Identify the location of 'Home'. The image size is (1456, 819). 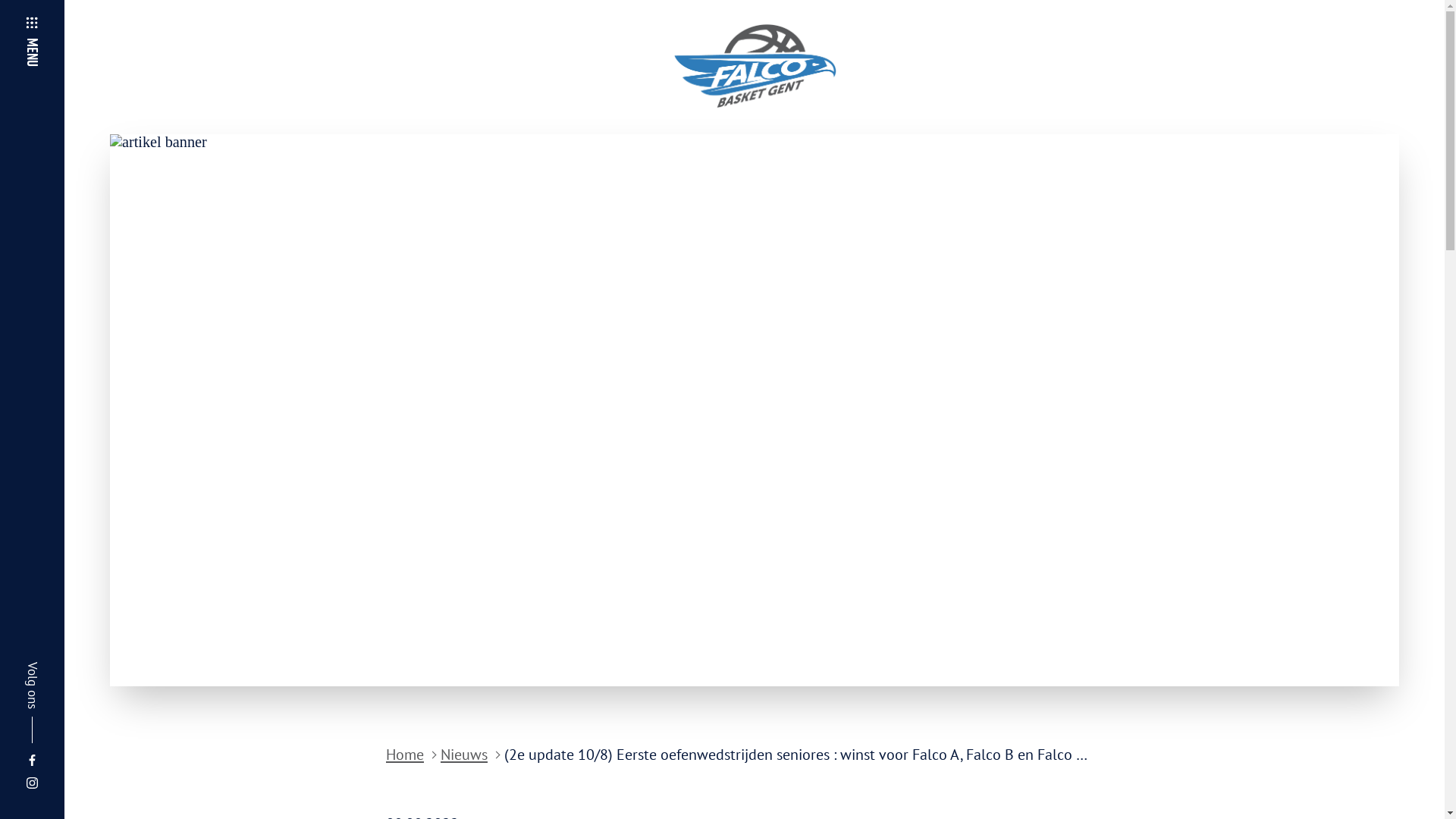
(404, 755).